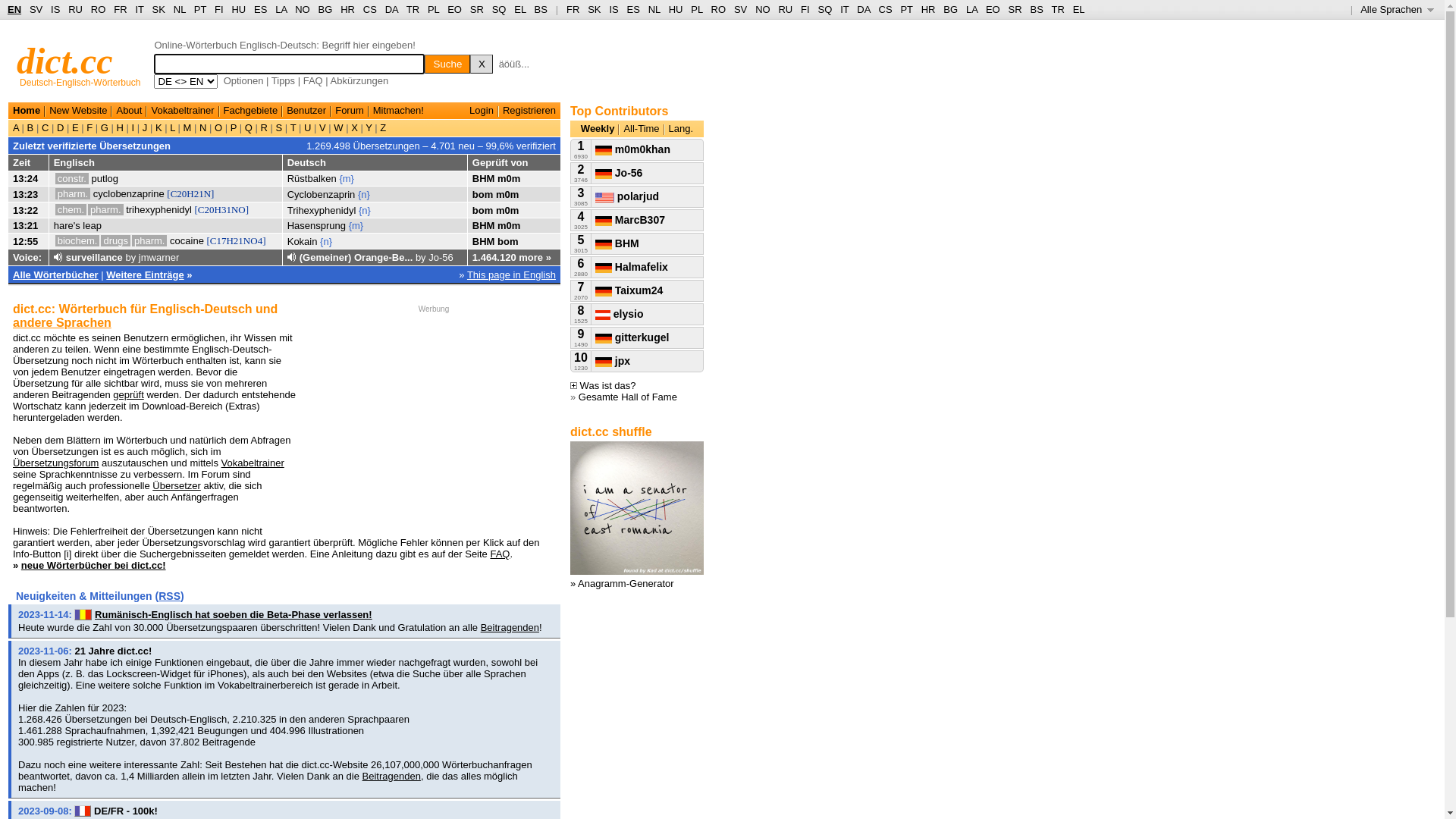 This screenshot has height=819, width=1456. Describe the element at coordinates (469, 109) in the screenshot. I see `'Login'` at that location.